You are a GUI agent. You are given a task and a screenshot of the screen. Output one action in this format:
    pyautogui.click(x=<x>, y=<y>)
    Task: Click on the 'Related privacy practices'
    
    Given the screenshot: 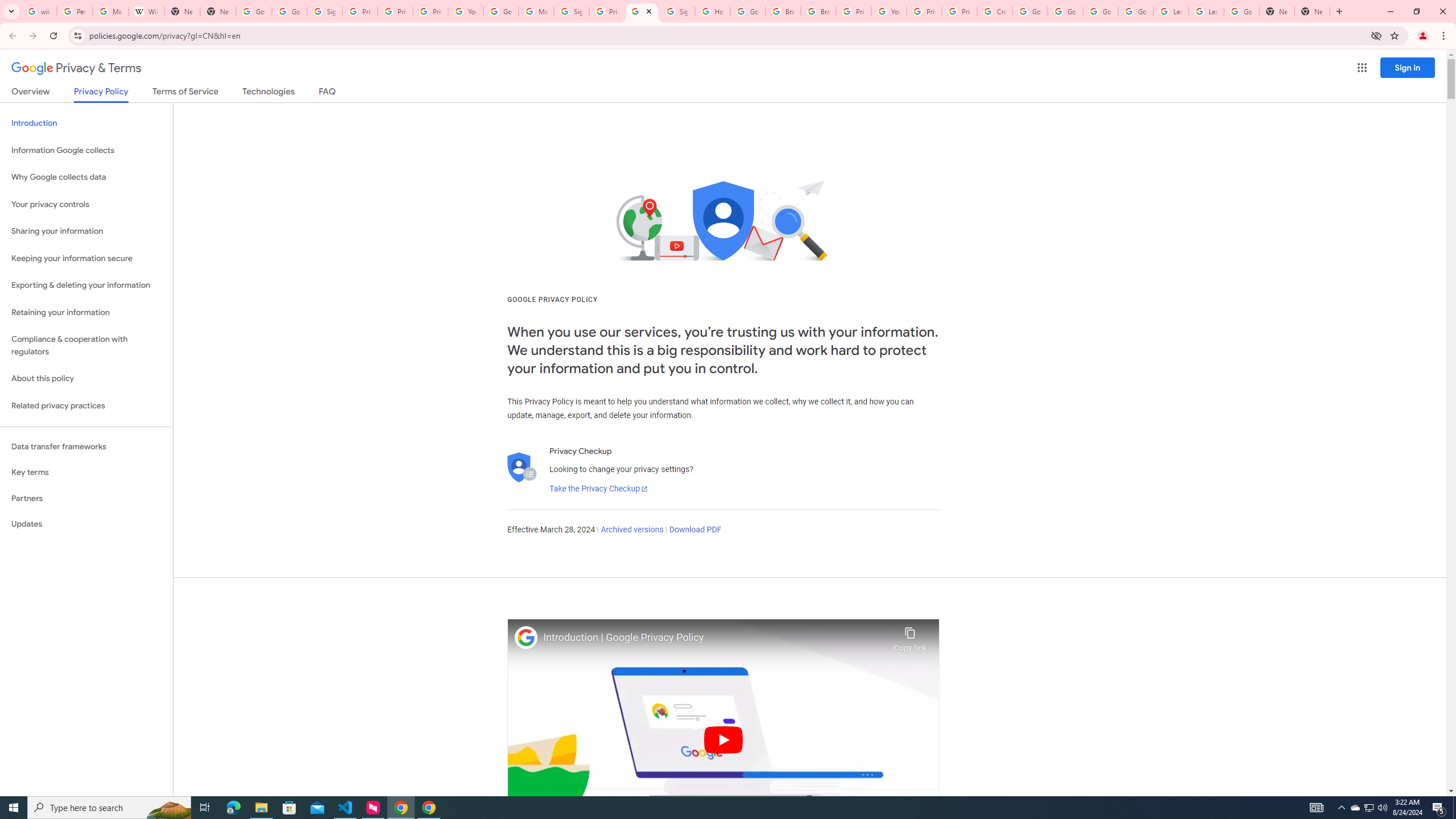 What is the action you would take?
    pyautogui.click(x=86, y=405)
    